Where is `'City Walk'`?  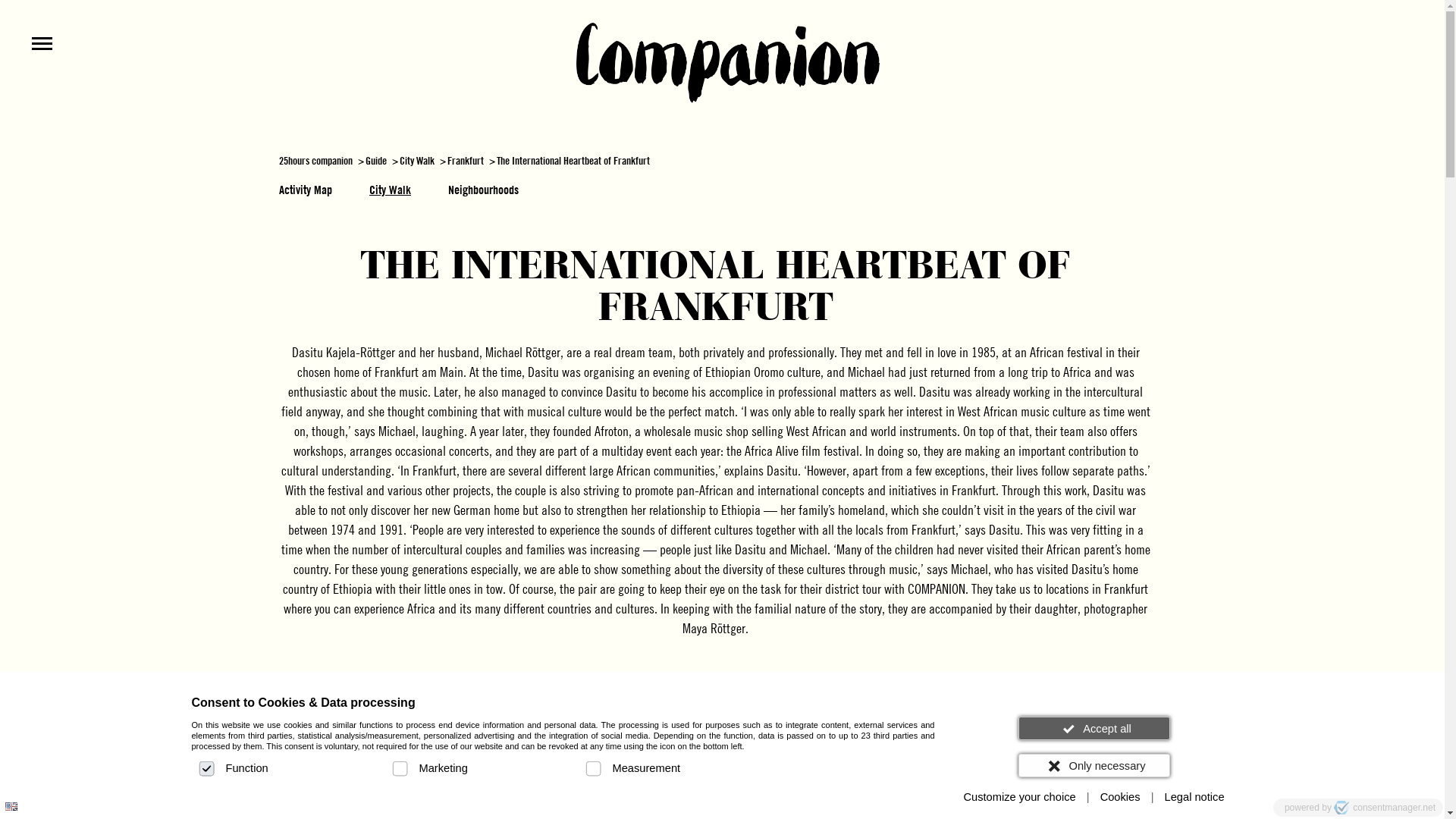 'City Walk' is located at coordinates (417, 160).